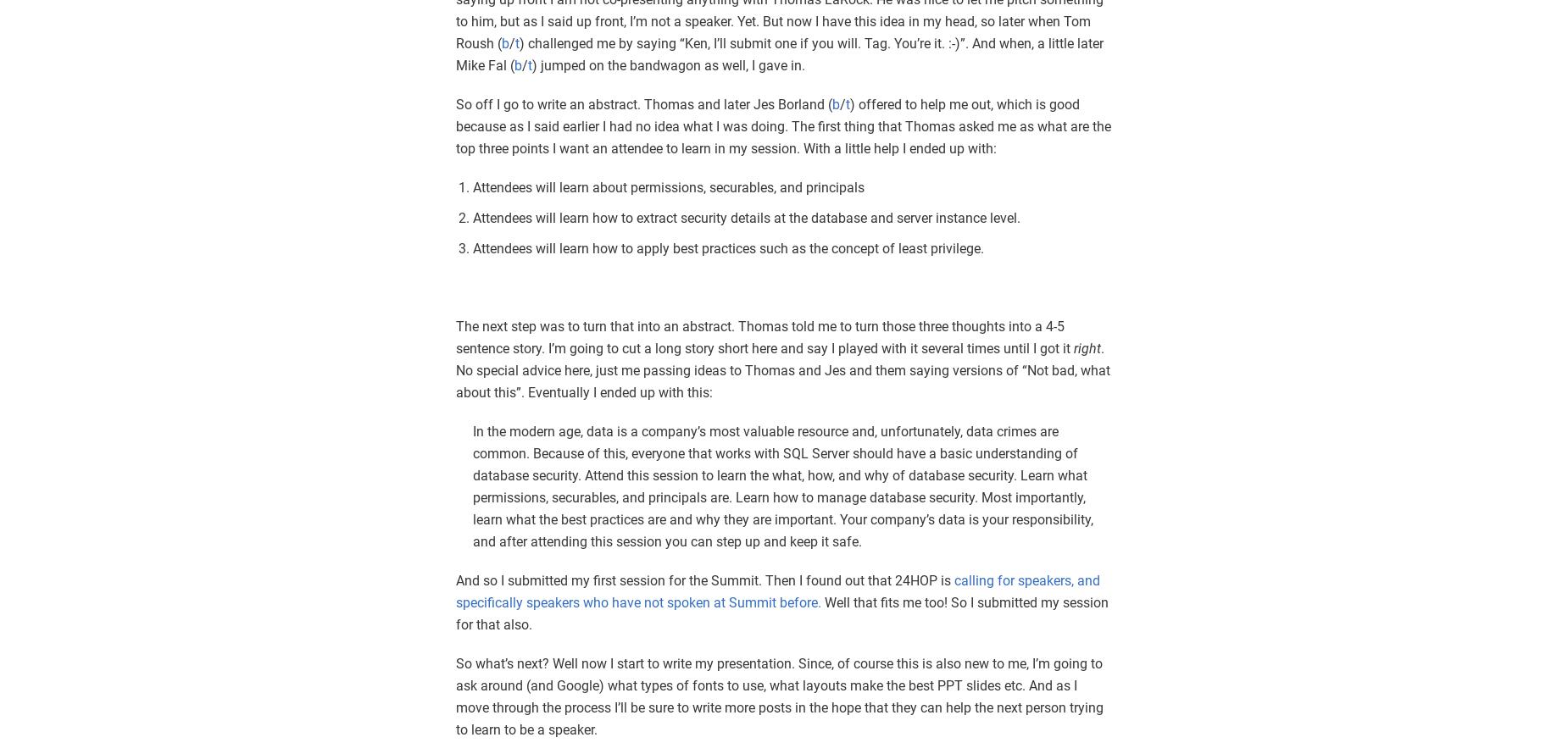 The width and height of the screenshot is (1568, 754). Describe the element at coordinates (675, 589) in the screenshot. I see `'Speaking at Community Events - More Thoughts'` at that location.